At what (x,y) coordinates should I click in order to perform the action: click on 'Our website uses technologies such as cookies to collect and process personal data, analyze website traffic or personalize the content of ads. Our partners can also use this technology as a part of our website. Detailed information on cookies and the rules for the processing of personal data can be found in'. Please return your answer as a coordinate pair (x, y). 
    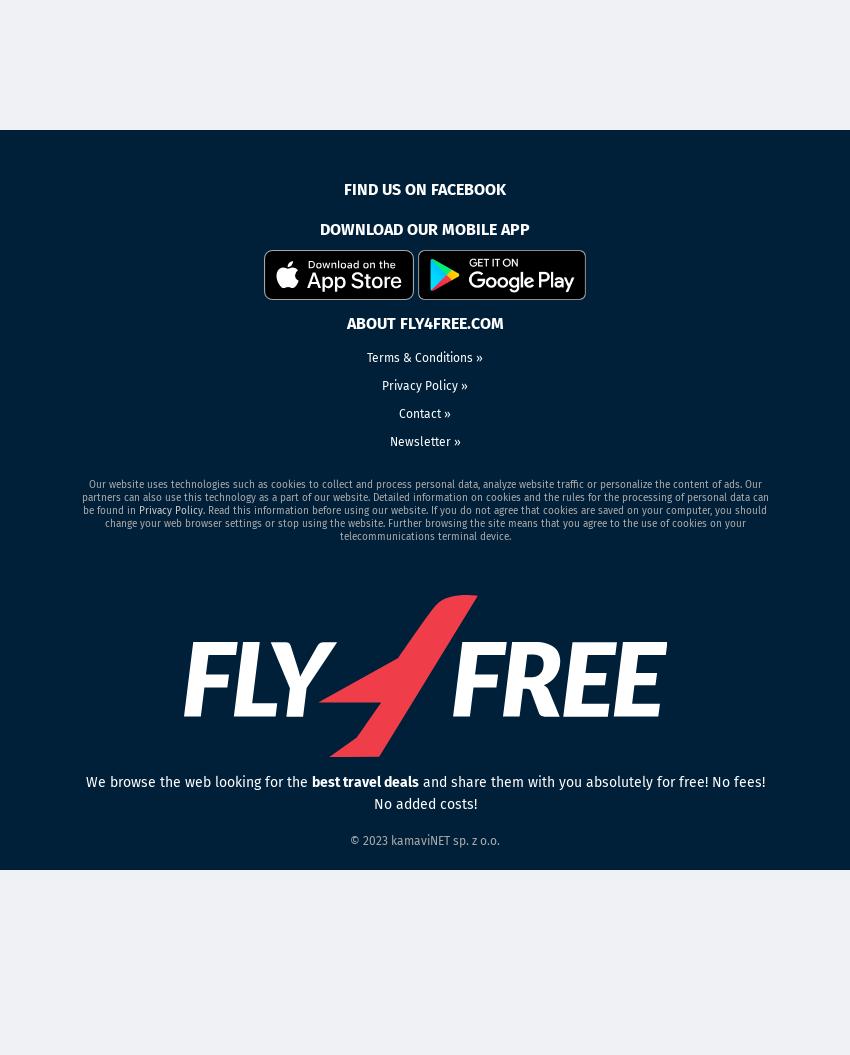
    Looking at the image, I should click on (424, 497).